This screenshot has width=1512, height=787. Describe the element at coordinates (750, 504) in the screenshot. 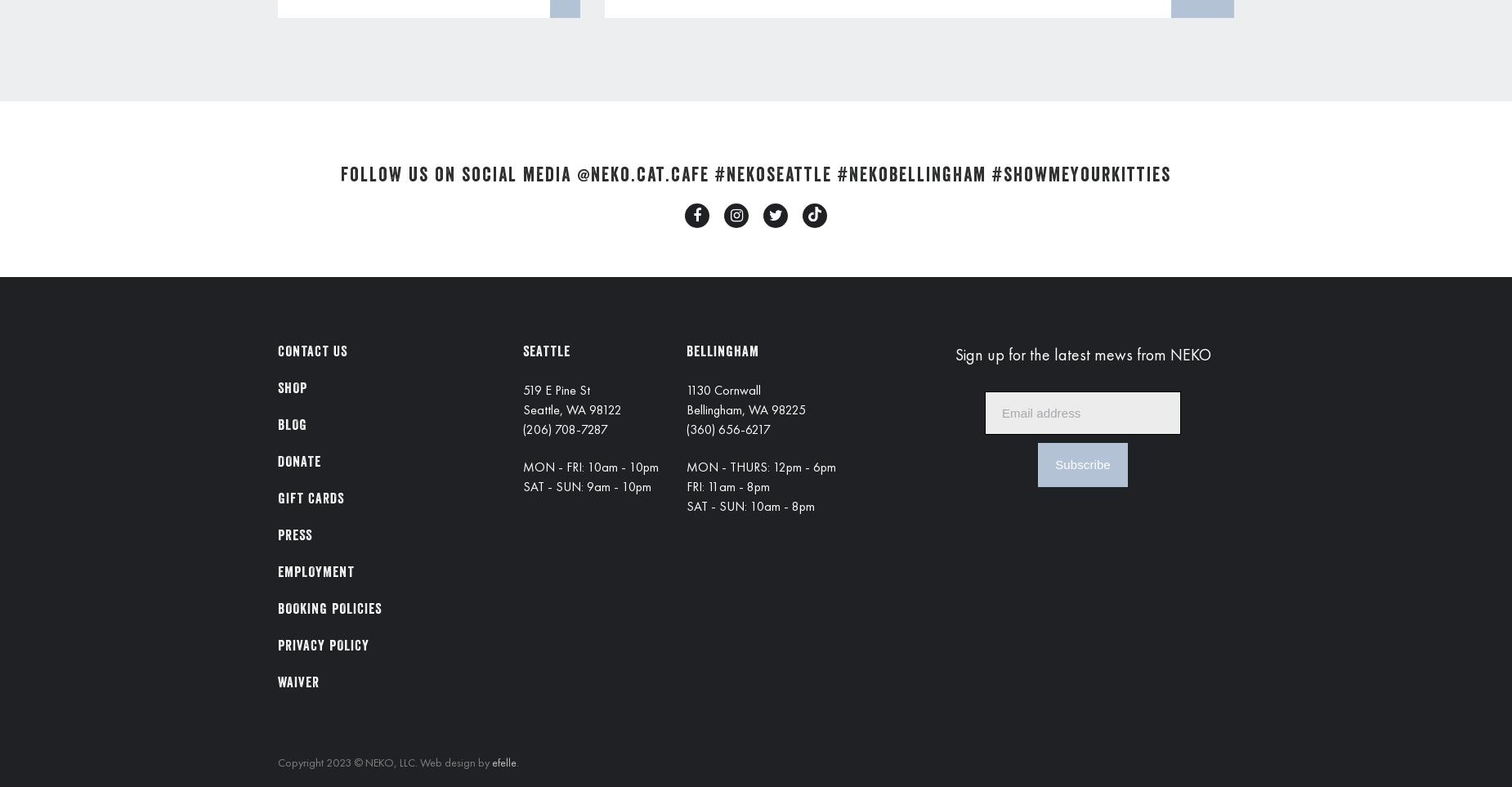

I see `'SAT - SUN: 10am - 8pm'` at that location.